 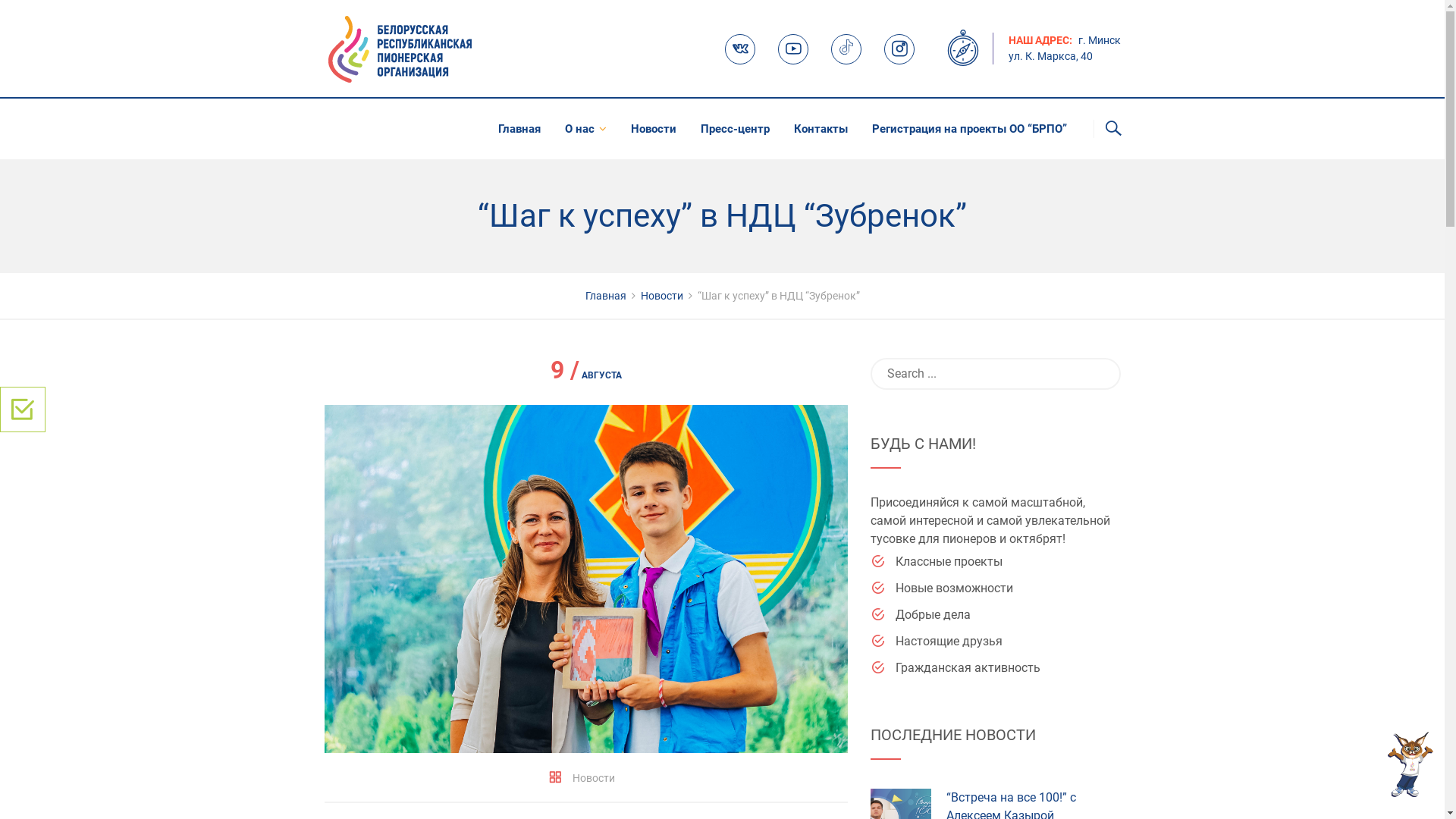 I want to click on 'Youtube', so click(x=778, y=49).